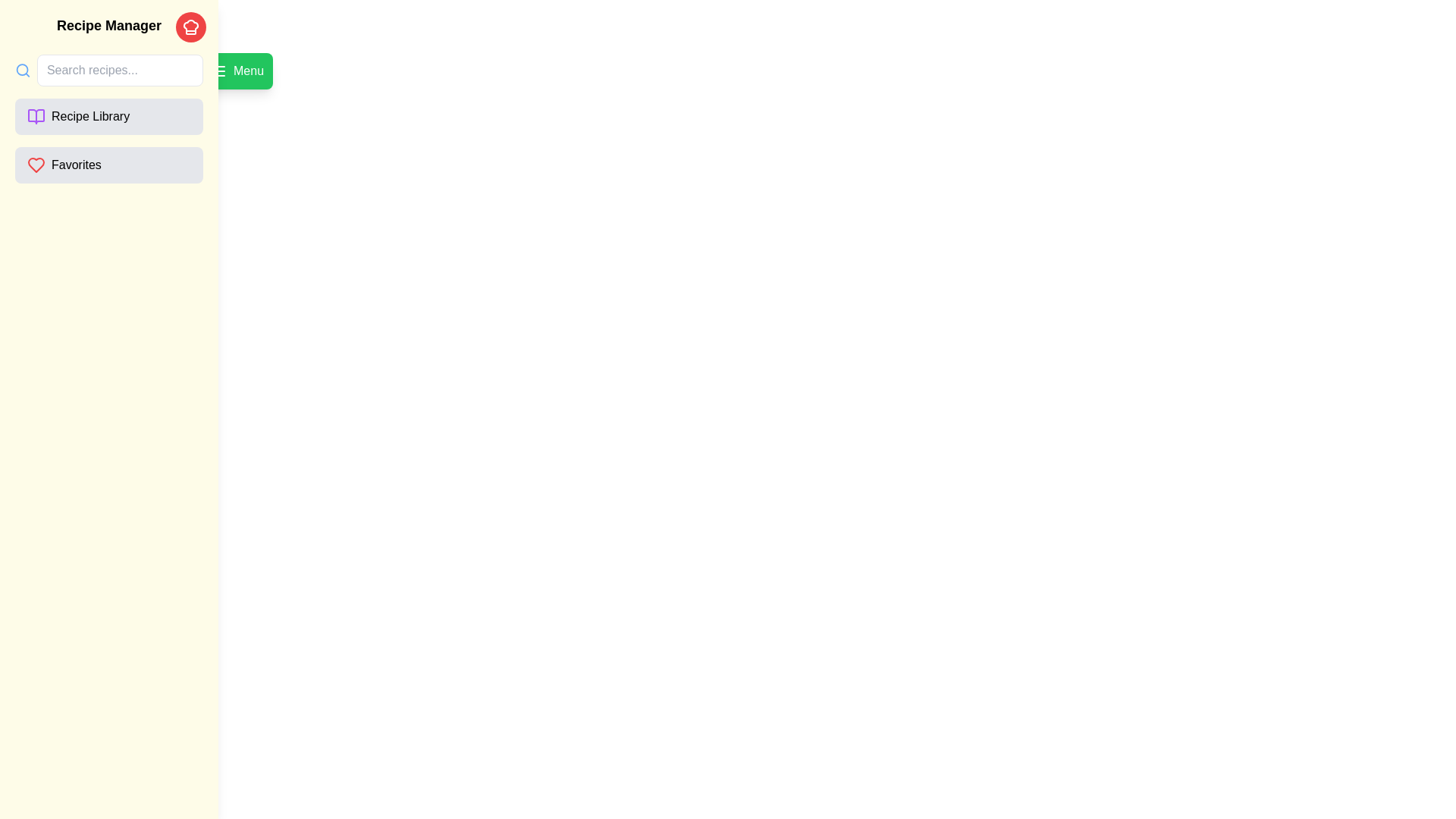 The width and height of the screenshot is (1456, 819). What do you see at coordinates (190, 27) in the screenshot?
I see `the close button inside the drawer to close it` at bounding box center [190, 27].